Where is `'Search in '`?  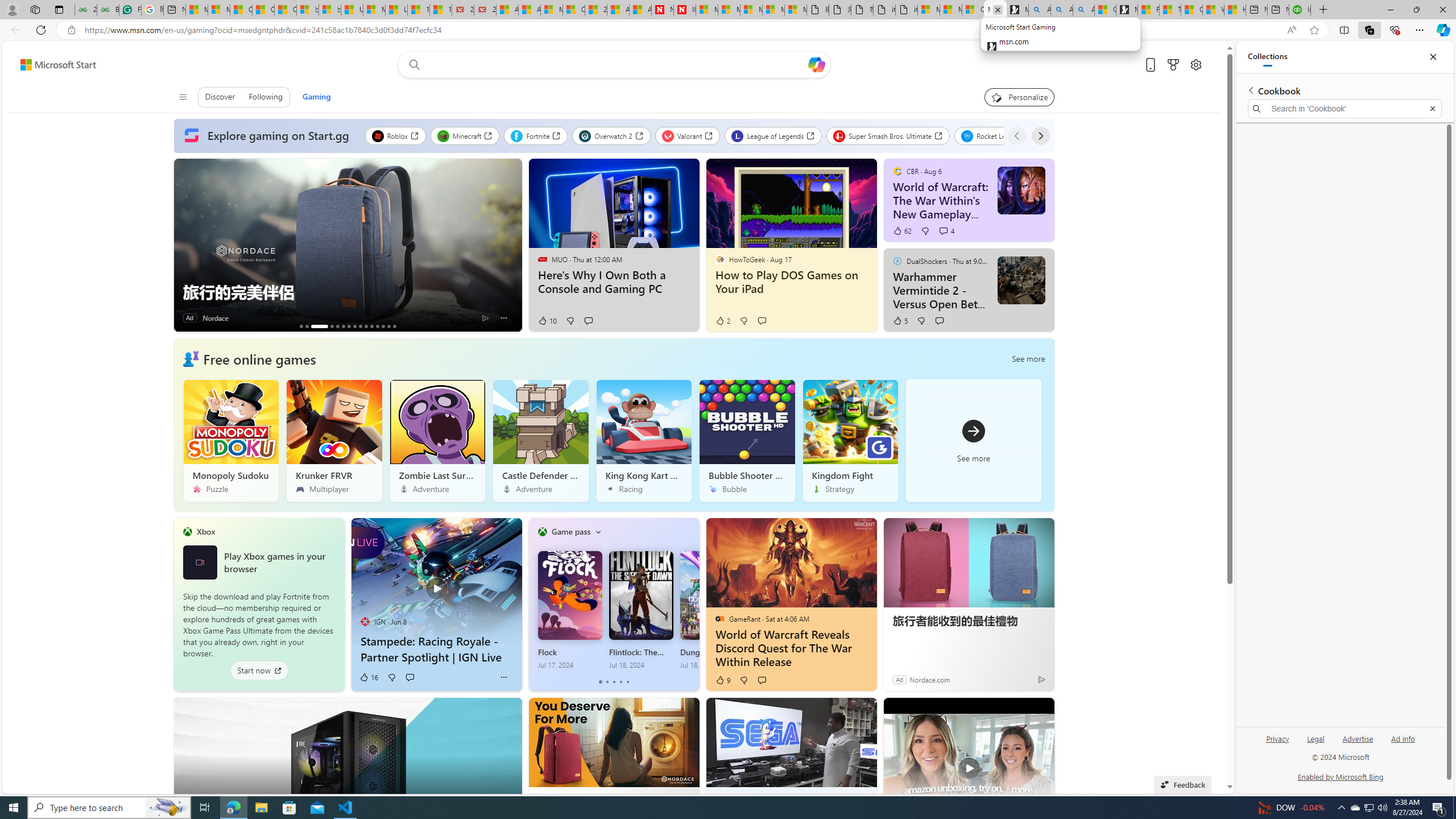 'Search in ' is located at coordinates (1345, 109).